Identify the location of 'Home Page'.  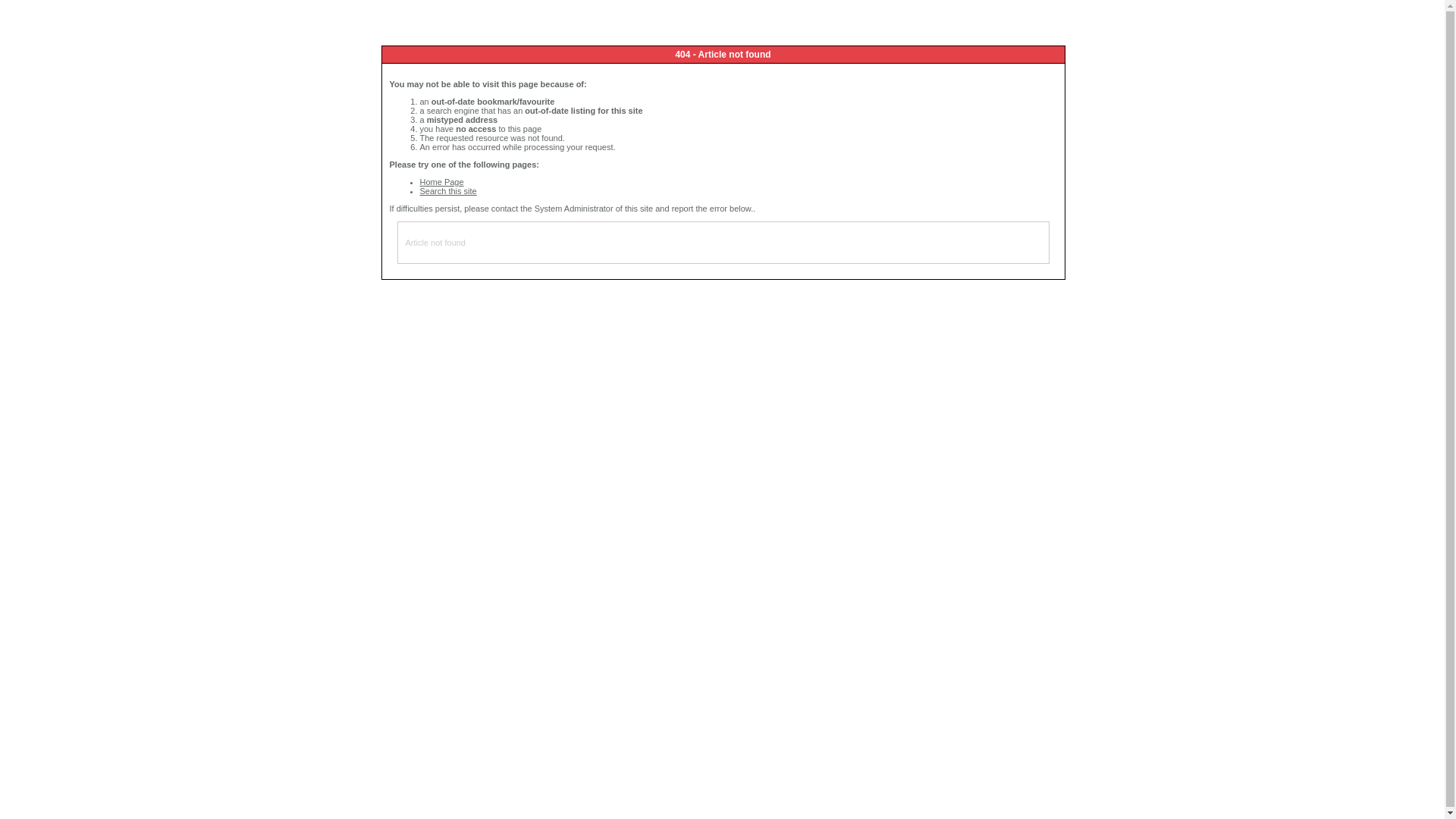
(419, 180).